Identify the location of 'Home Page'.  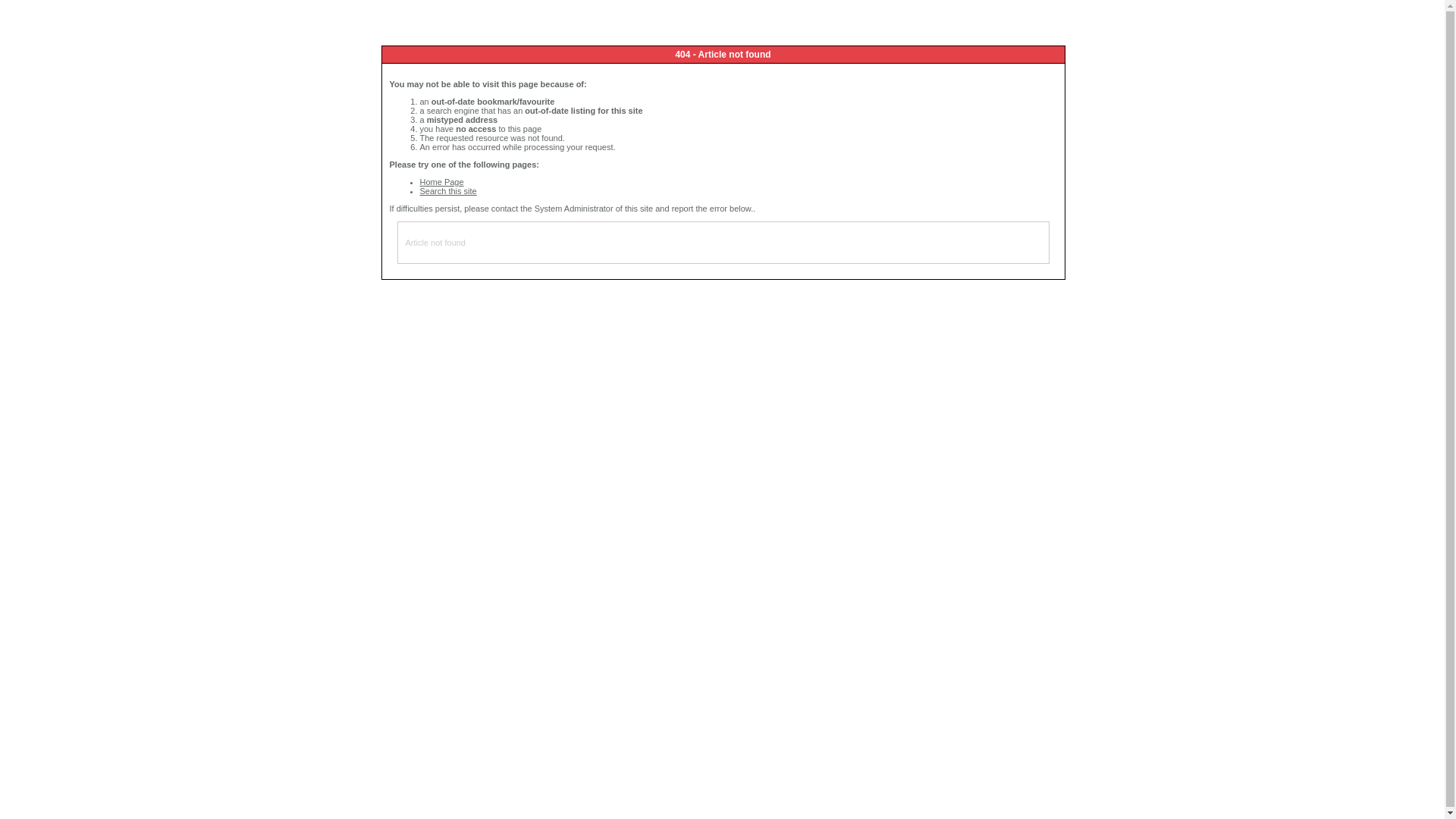
(419, 180).